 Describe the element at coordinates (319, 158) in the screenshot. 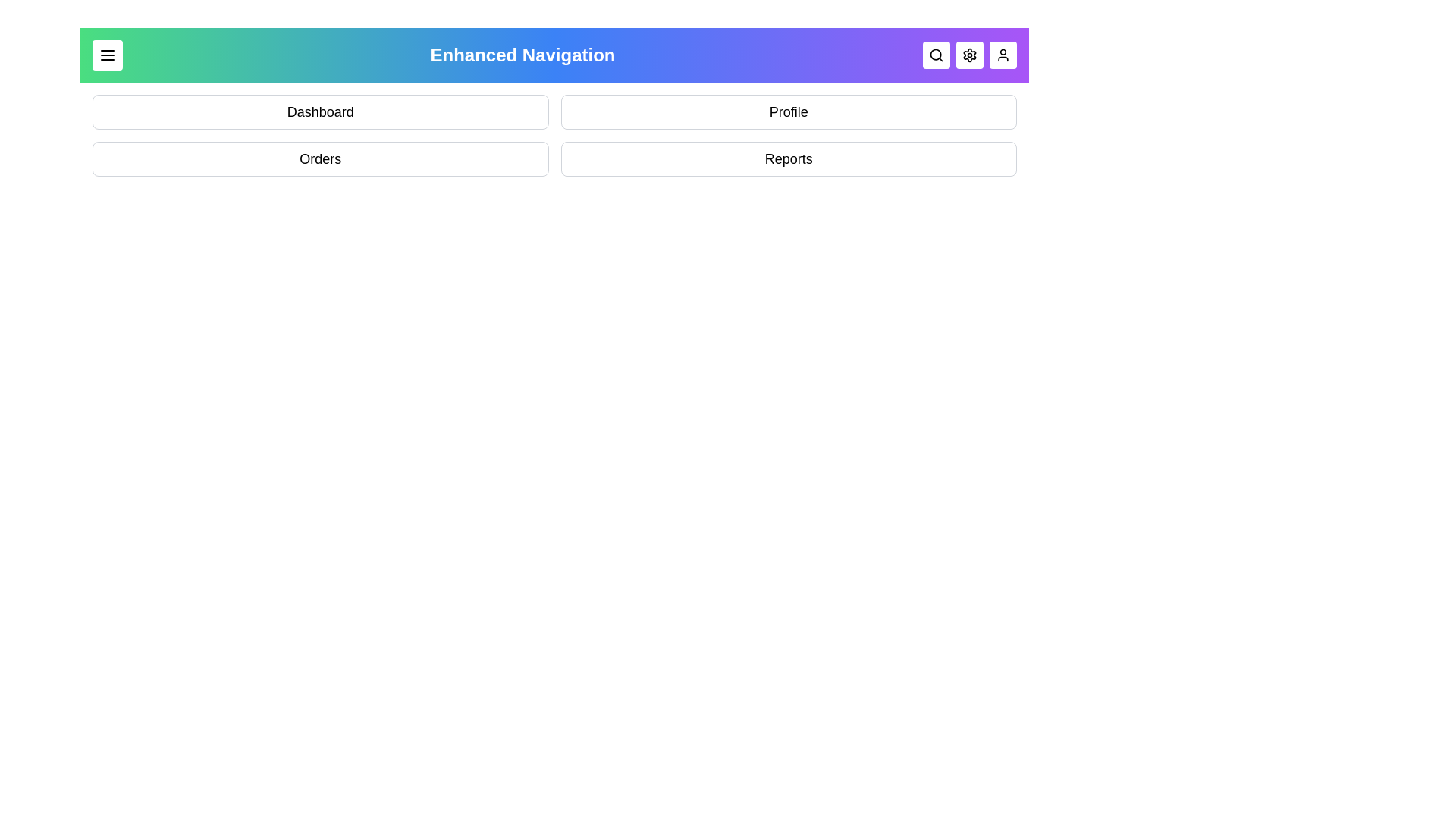

I see `the menu item Orders to observe the hover effect` at that location.